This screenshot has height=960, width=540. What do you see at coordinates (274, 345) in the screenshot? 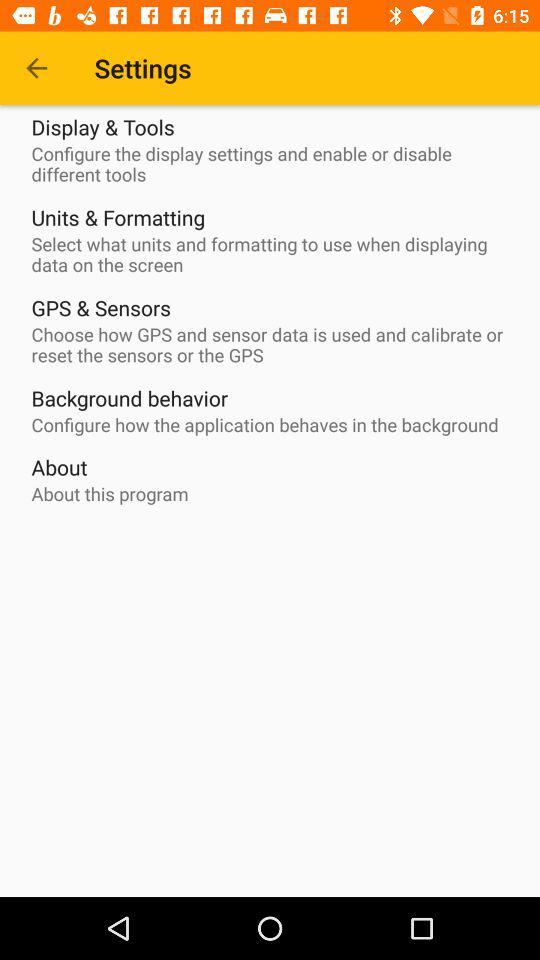
I see `the icon above background behavior icon` at bounding box center [274, 345].